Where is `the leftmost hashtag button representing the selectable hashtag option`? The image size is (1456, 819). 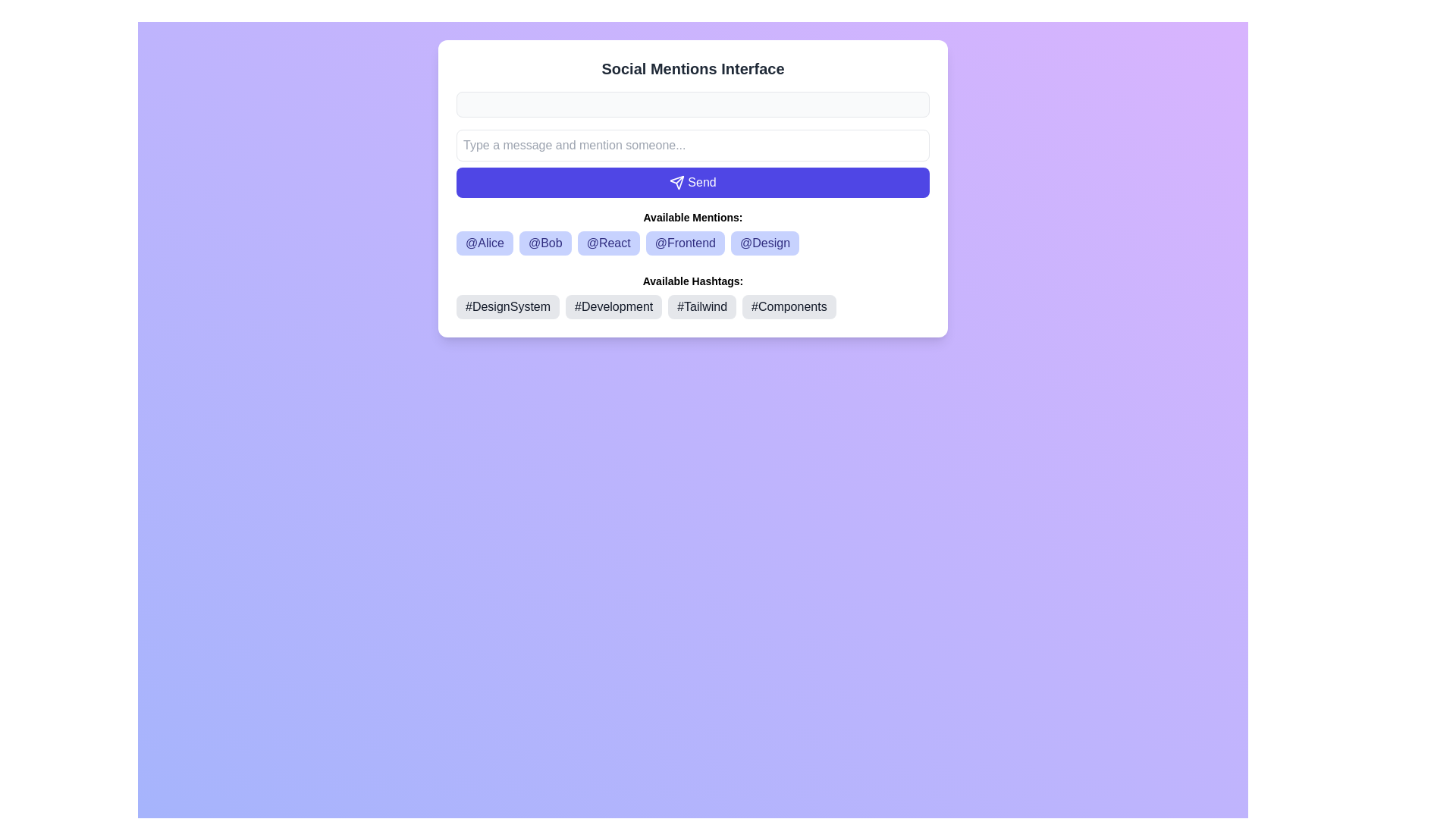 the leftmost hashtag button representing the selectable hashtag option is located at coordinates (508, 307).